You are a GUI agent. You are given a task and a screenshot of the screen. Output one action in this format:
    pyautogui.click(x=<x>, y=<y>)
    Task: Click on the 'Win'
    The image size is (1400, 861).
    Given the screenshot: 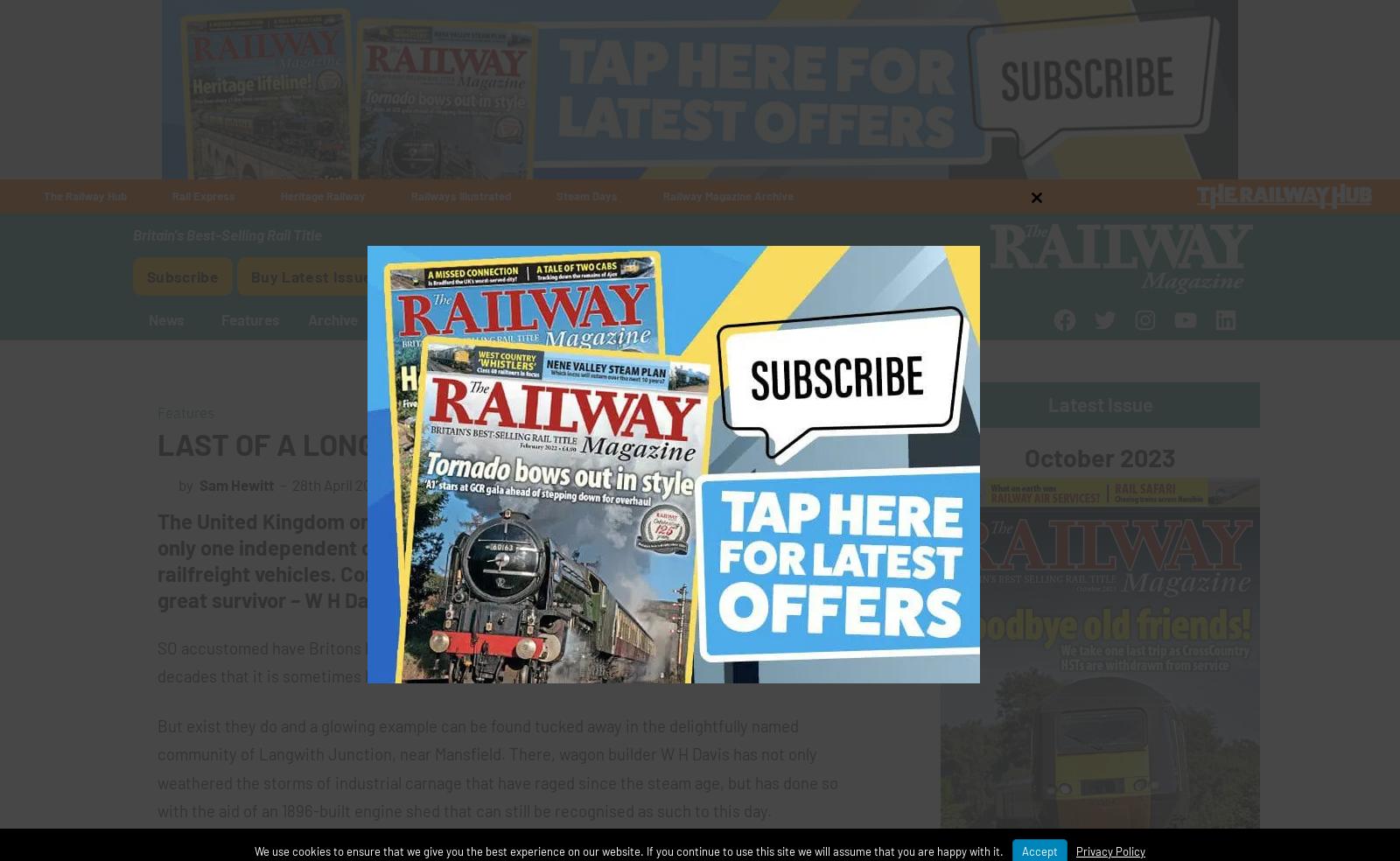 What is the action you would take?
    pyautogui.click(x=630, y=318)
    